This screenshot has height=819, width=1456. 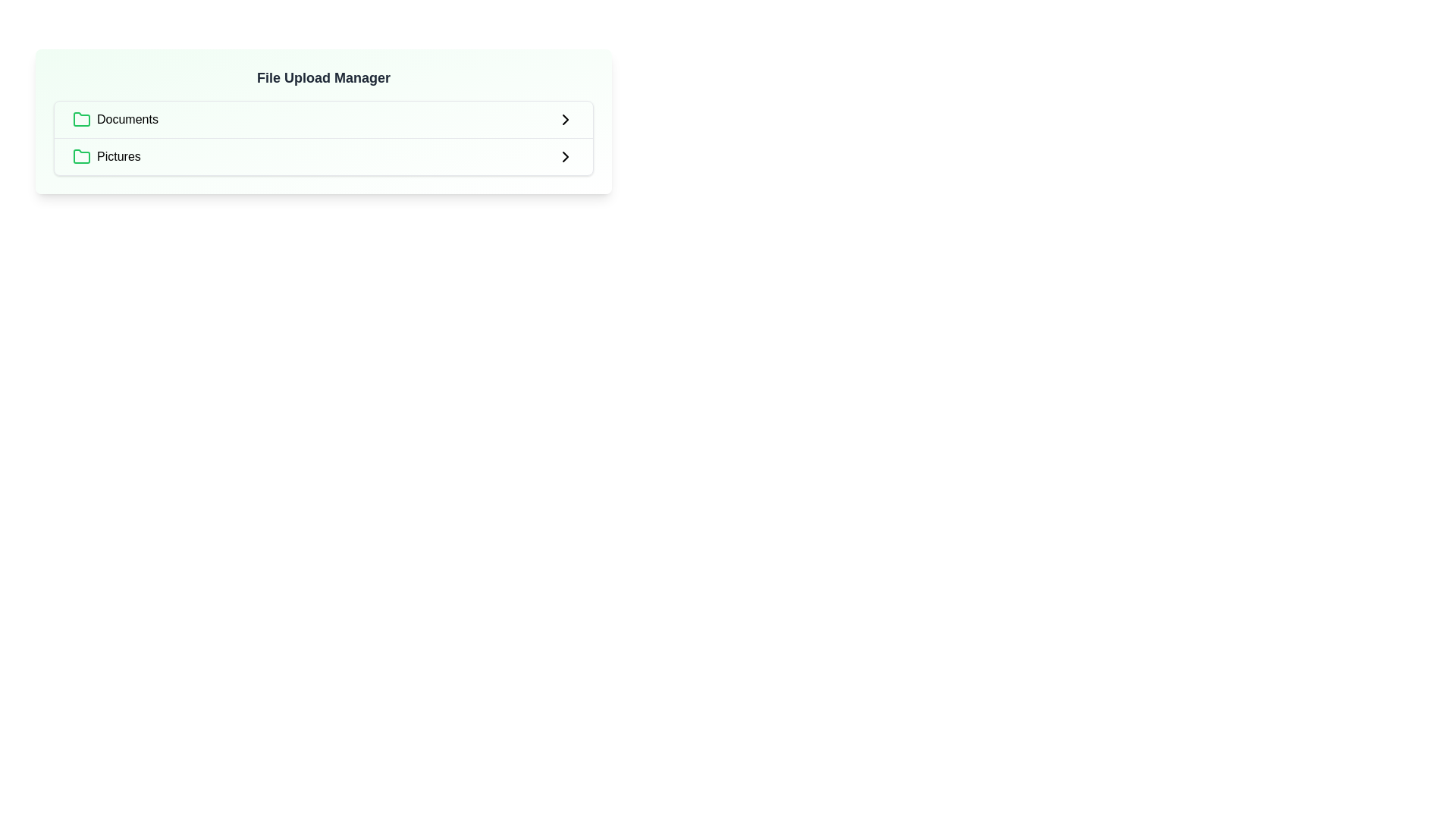 What do you see at coordinates (564, 157) in the screenshot?
I see `the rightward-pointing chevron icon located to the right of the 'Pictures' label, which serves as a navigation indicator` at bounding box center [564, 157].